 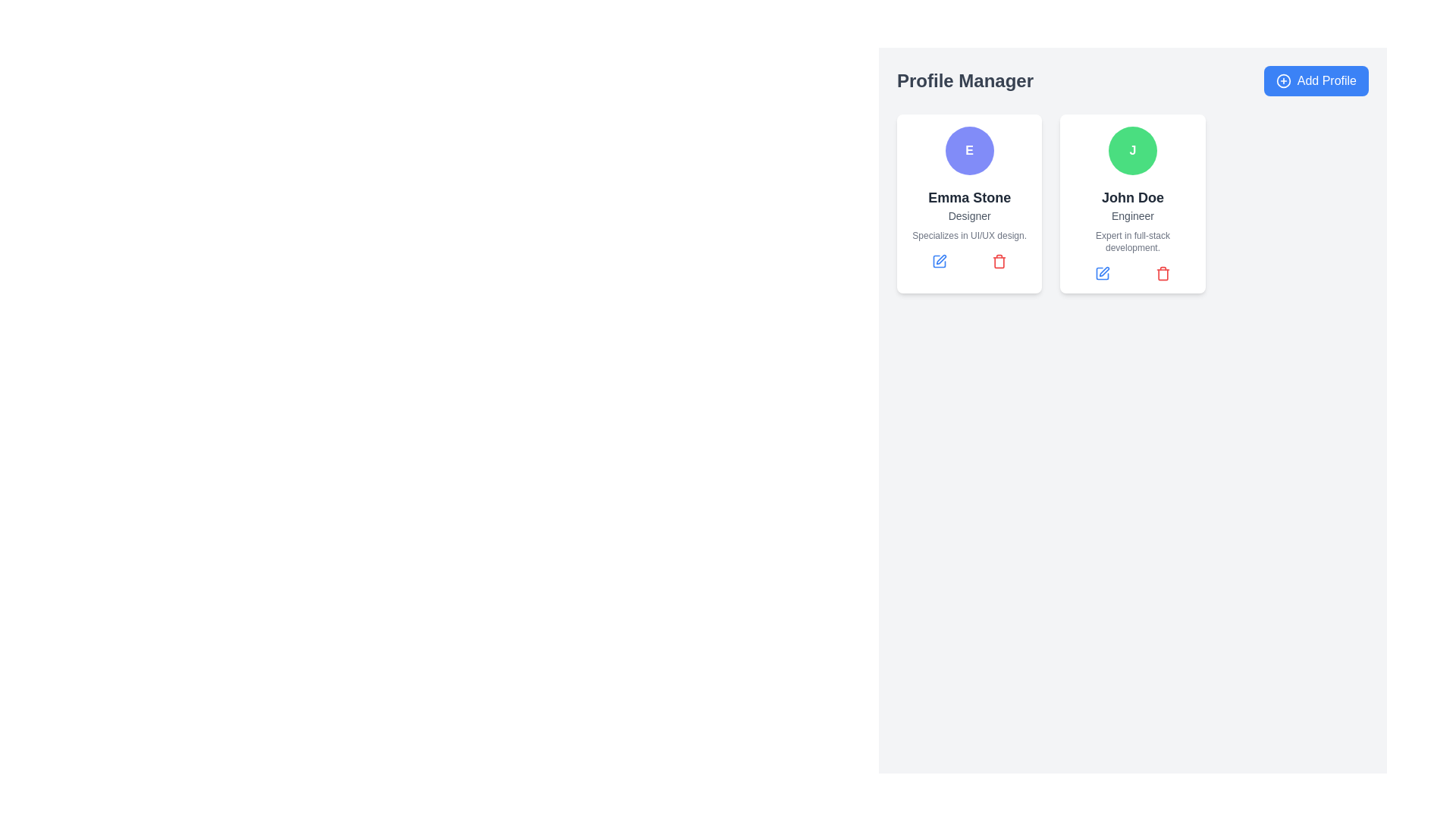 I want to click on the pen-like icon within the 'John Doe' card in the 'Profile Manager' interface, which represents editing functionalities, so click(x=940, y=259).